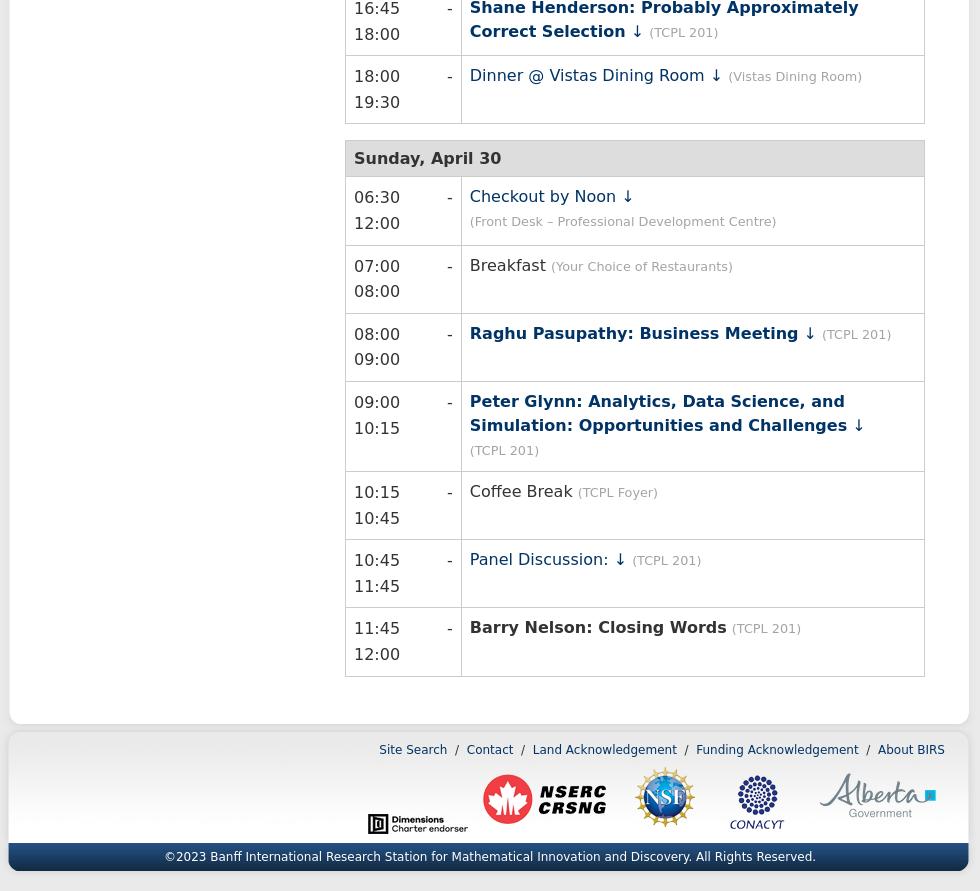  What do you see at coordinates (489, 748) in the screenshot?
I see `'Contact'` at bounding box center [489, 748].